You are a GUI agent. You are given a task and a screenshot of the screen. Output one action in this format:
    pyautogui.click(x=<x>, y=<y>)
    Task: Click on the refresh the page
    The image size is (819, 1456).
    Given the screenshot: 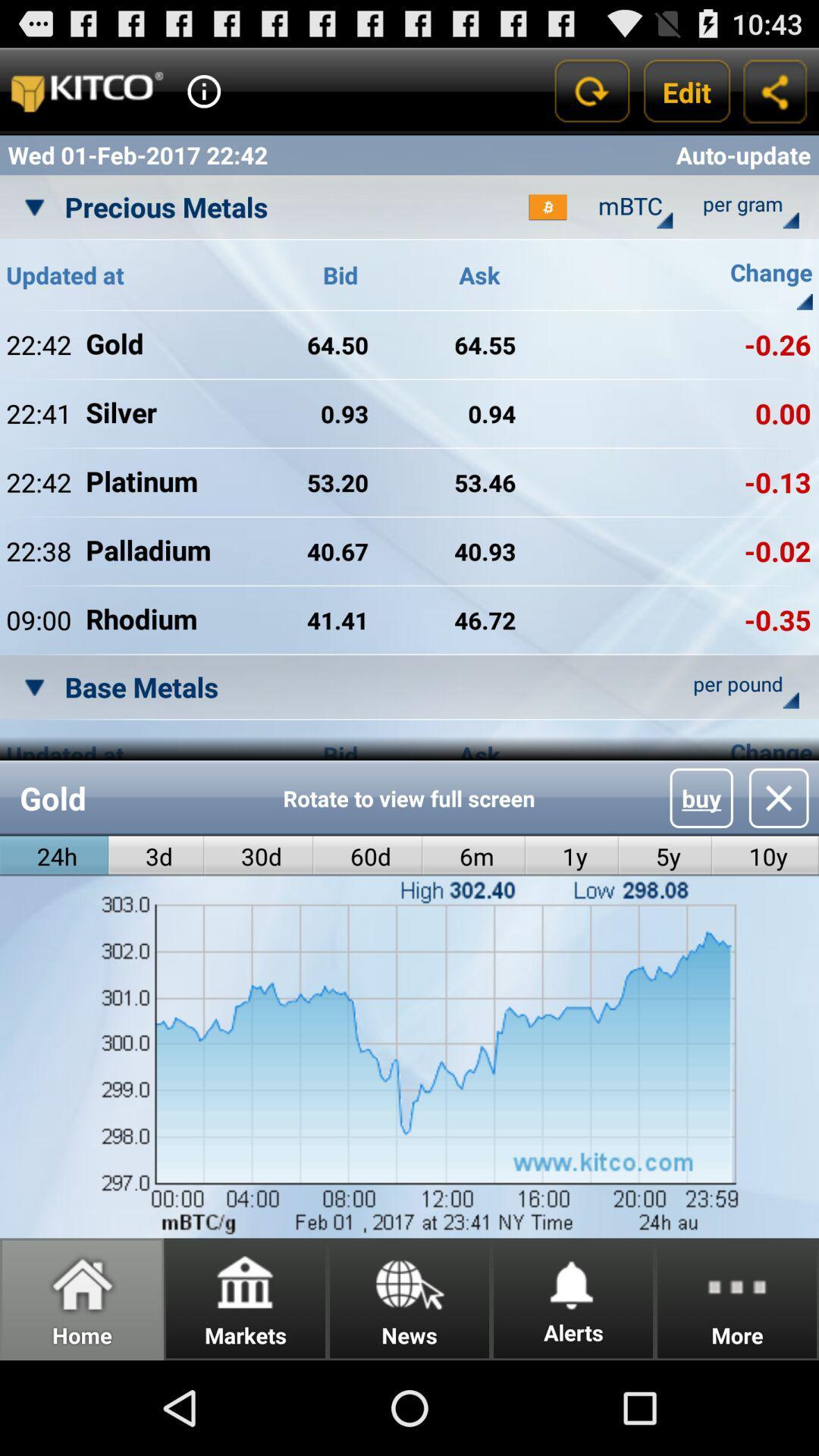 What is the action you would take?
    pyautogui.click(x=590, y=90)
    